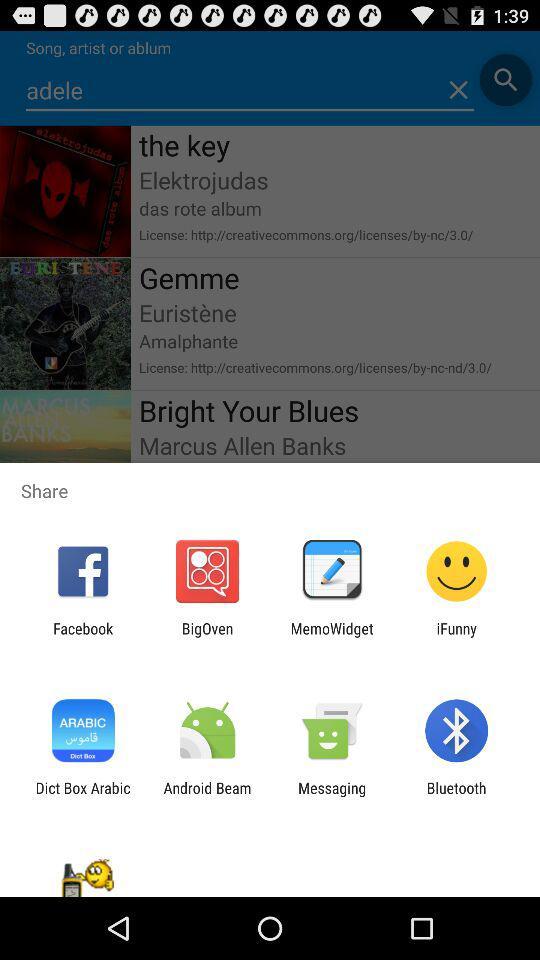  Describe the element at coordinates (332, 796) in the screenshot. I see `the messaging app` at that location.